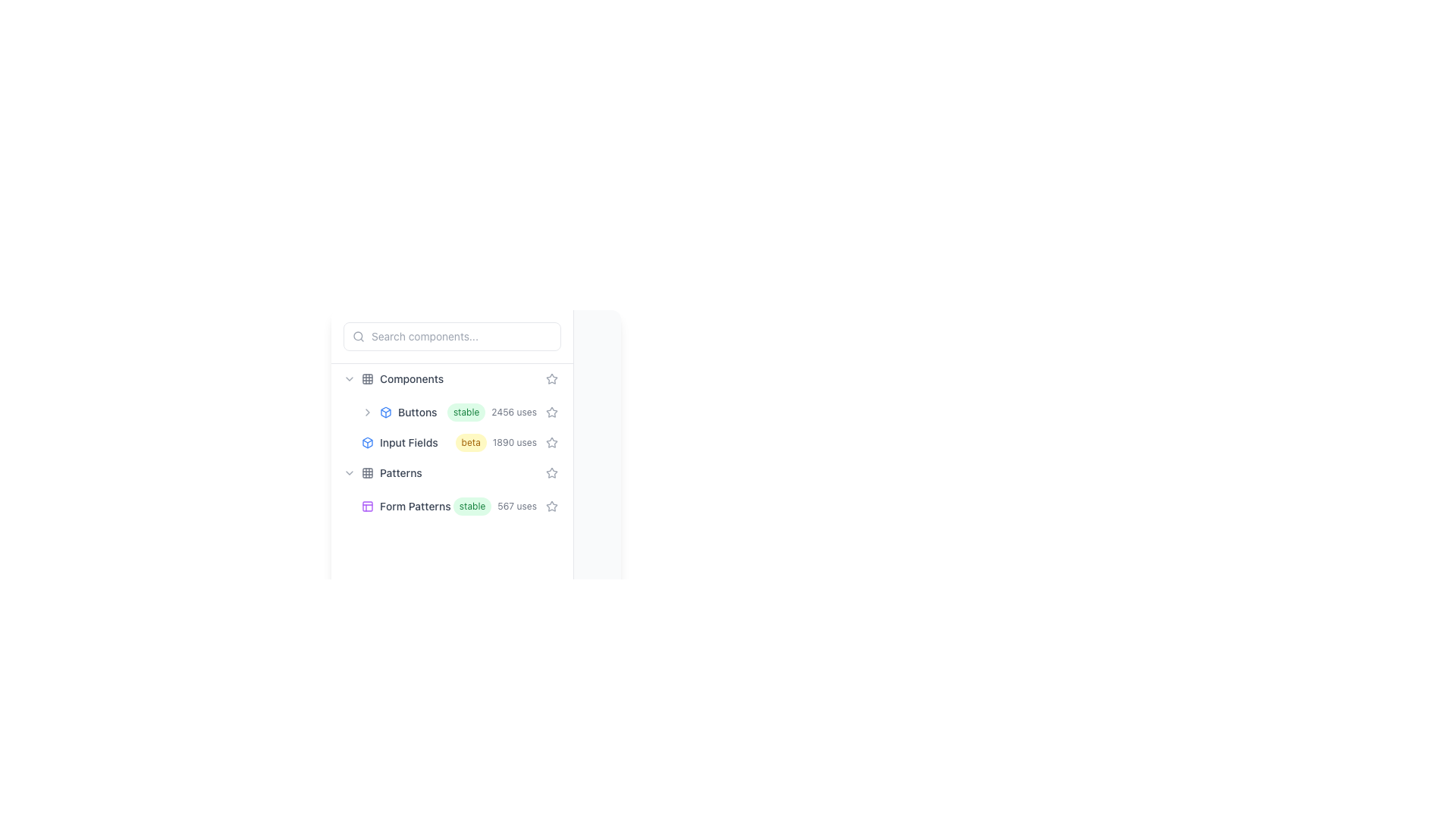  I want to click on the List Item under the 'Patterns' section, so click(451, 506).